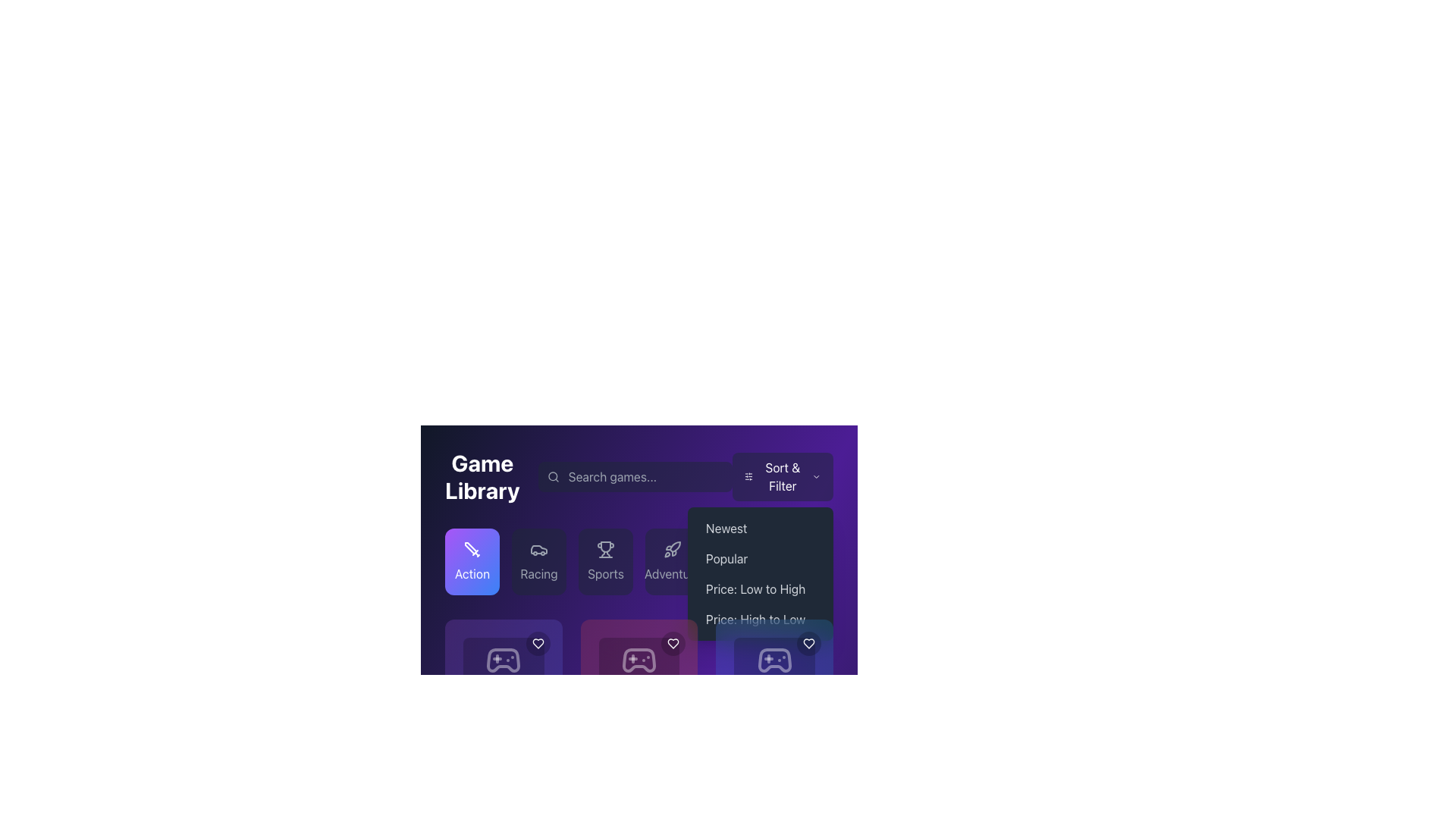 The width and height of the screenshot is (1456, 819). What do you see at coordinates (472, 550) in the screenshot?
I see `the sword icon, which is an outline-style icon representing the 'Action' category in the top-left area of the grid of category cards below the 'Game Library' title` at bounding box center [472, 550].